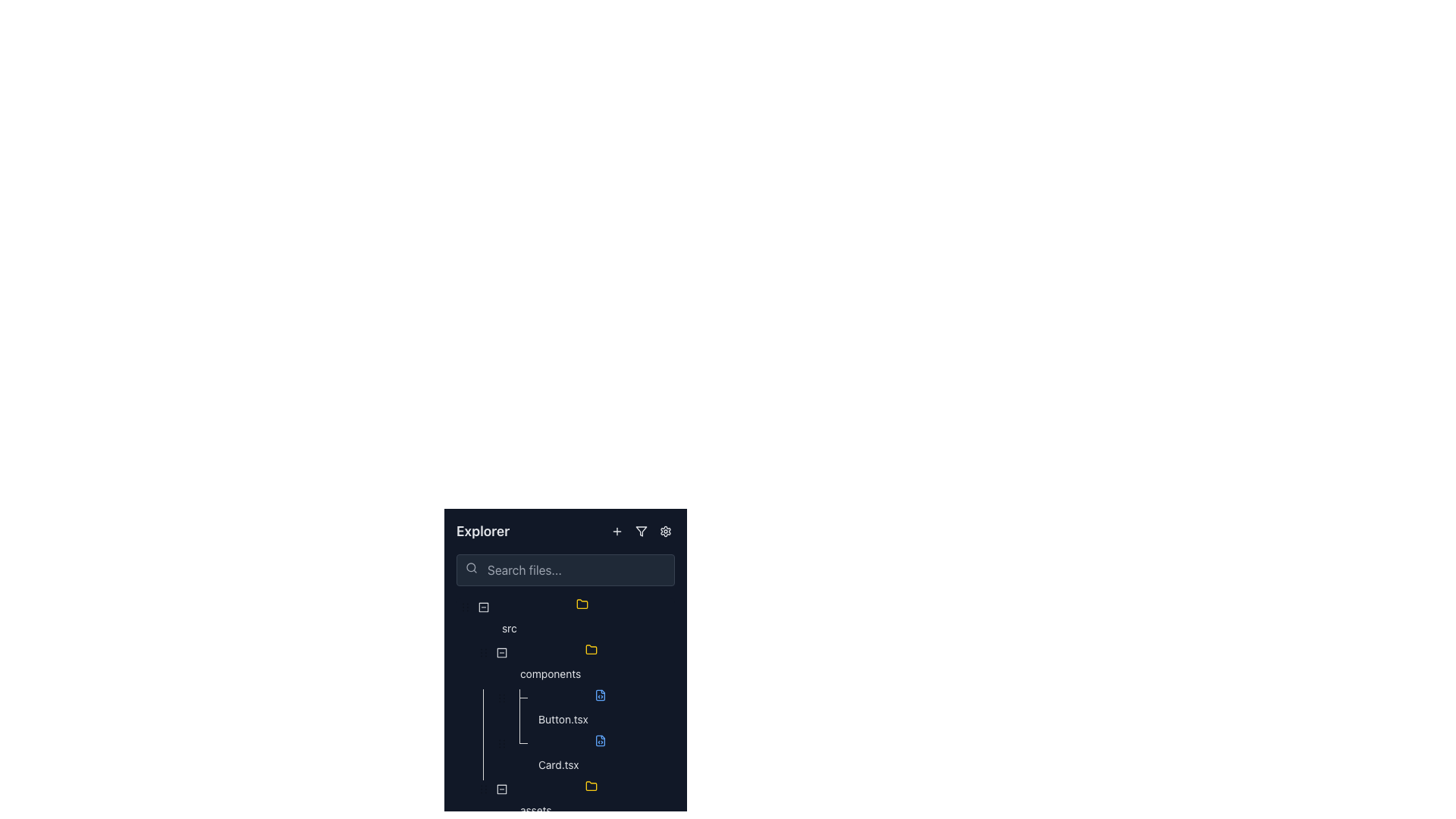 Image resolution: width=1456 pixels, height=819 pixels. What do you see at coordinates (471, 567) in the screenshot?
I see `the magnifying glass icon, which is a white search symbol located inside the search bar at its left end, positioned to the left of the placeholder text 'Search files...'` at bounding box center [471, 567].